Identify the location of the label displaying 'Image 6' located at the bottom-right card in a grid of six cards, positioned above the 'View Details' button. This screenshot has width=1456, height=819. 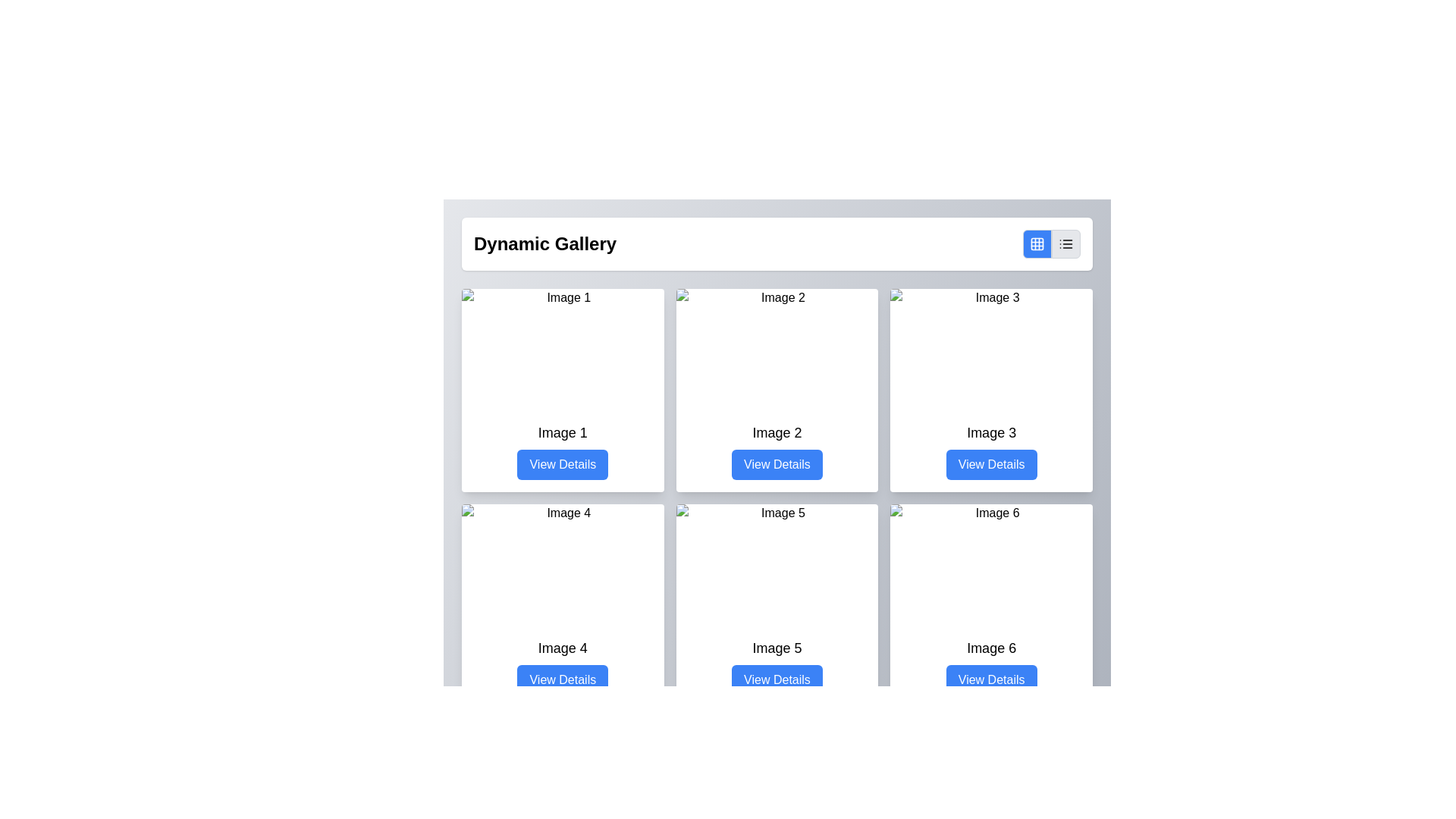
(991, 648).